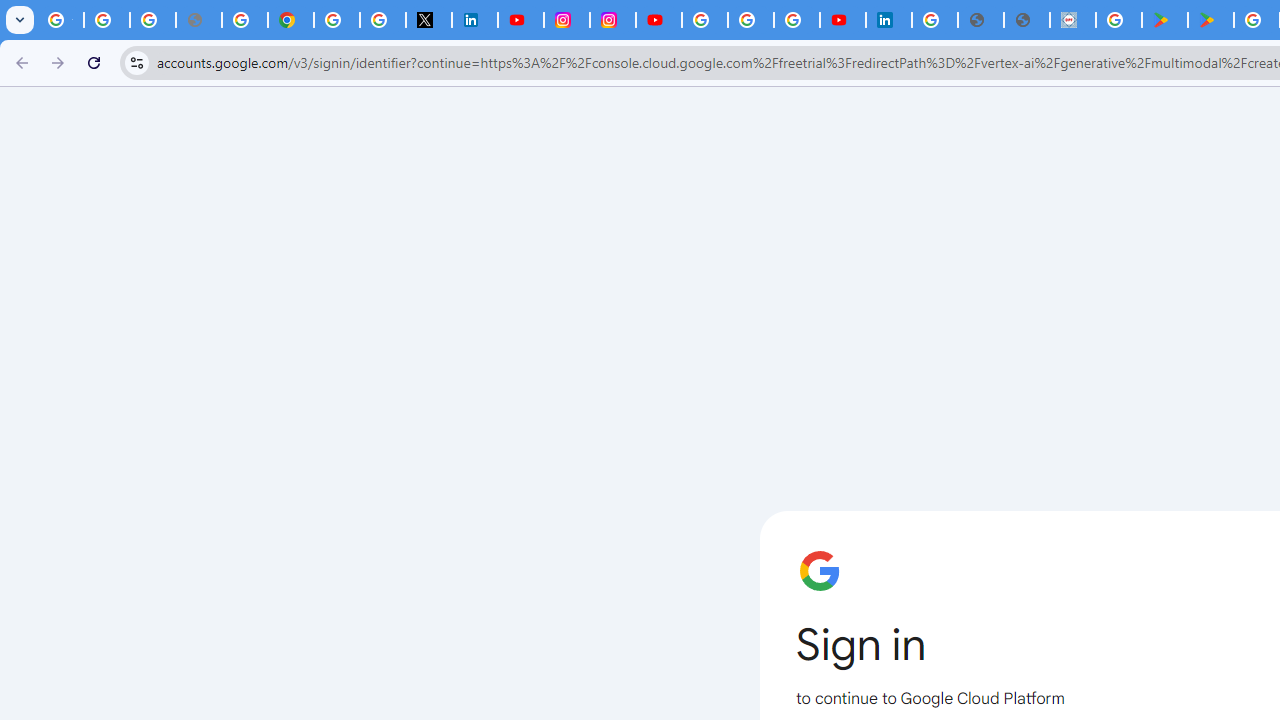 The width and height of the screenshot is (1280, 720). Describe the element at coordinates (427, 20) in the screenshot. I see `'X'` at that location.